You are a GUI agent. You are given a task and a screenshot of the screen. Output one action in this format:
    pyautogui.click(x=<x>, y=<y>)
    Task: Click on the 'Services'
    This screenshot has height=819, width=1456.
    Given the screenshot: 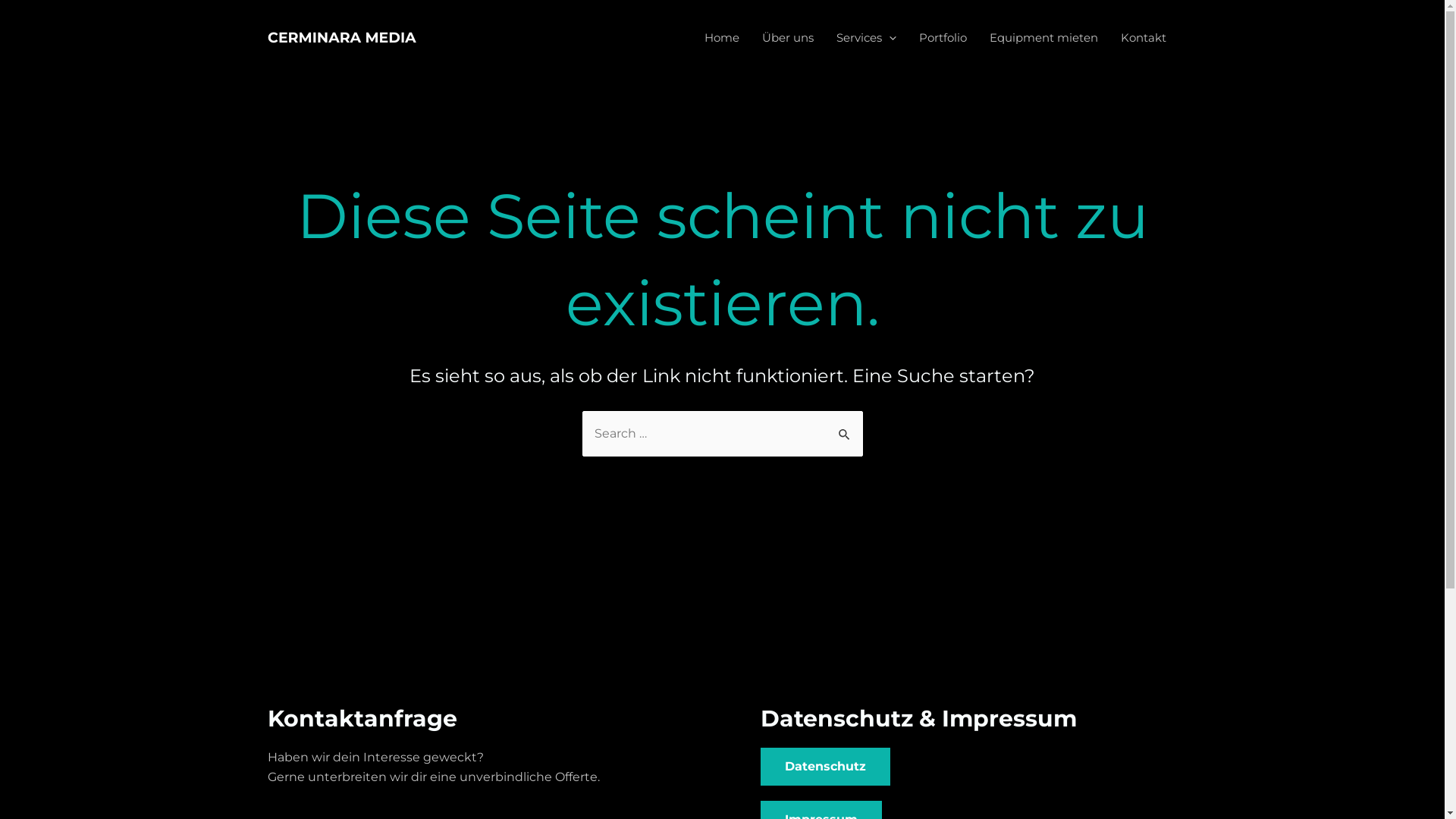 What is the action you would take?
    pyautogui.click(x=866, y=37)
    